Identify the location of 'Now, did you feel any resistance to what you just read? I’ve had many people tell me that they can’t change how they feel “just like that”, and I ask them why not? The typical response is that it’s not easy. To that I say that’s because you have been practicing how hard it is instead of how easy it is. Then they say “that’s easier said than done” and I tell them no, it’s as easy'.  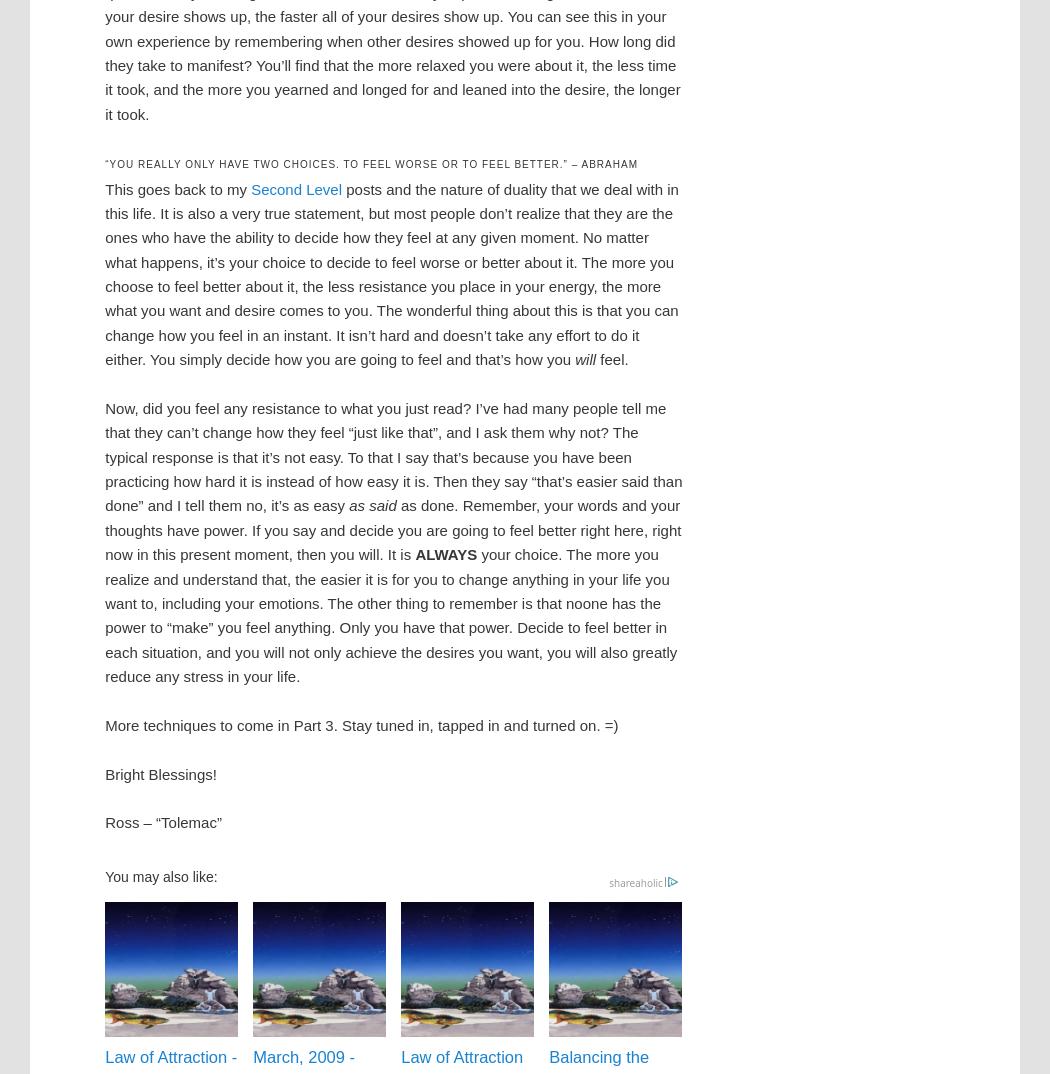
(105, 455).